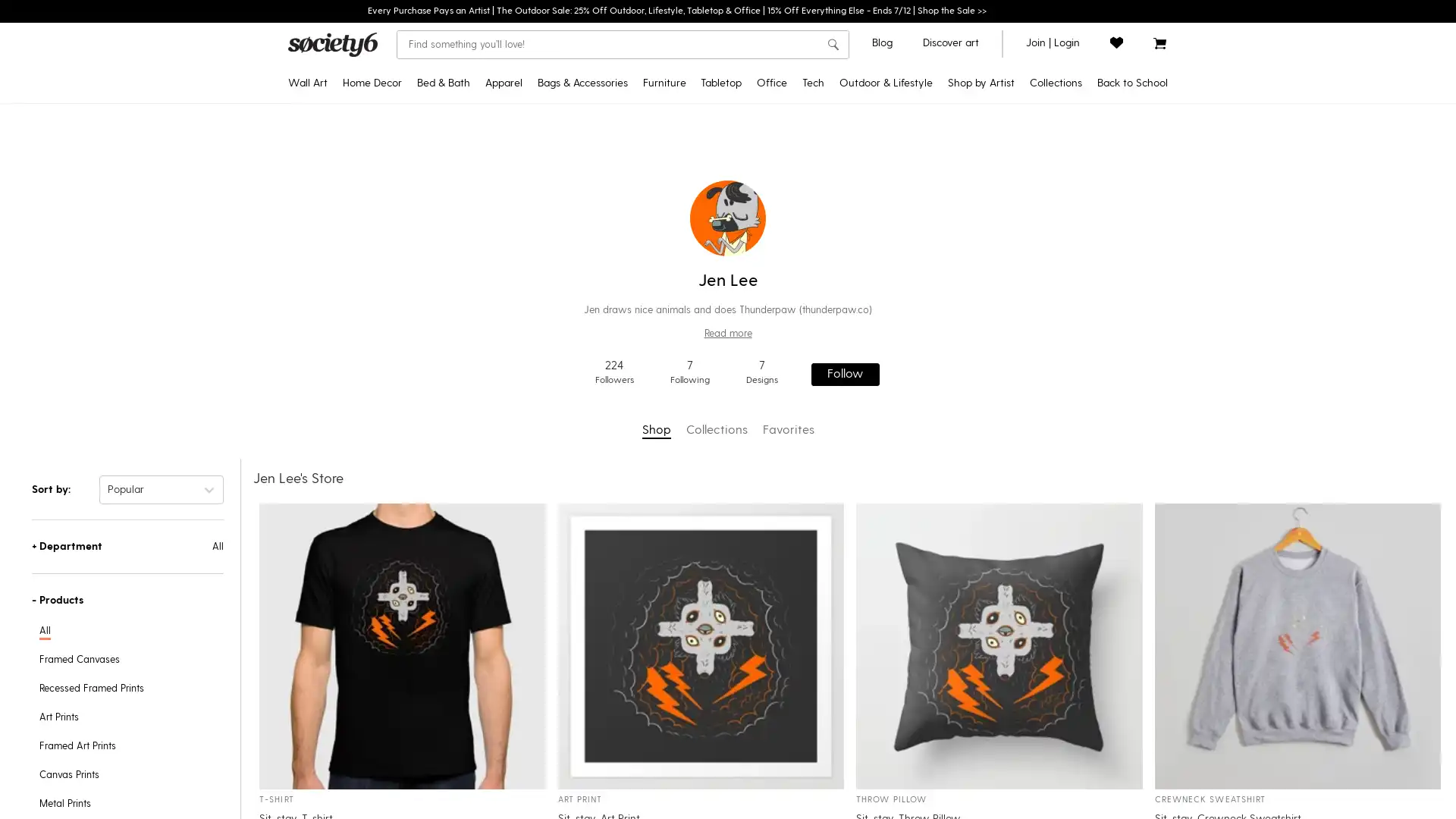  I want to click on Star WarsTM, so click(940, 146).